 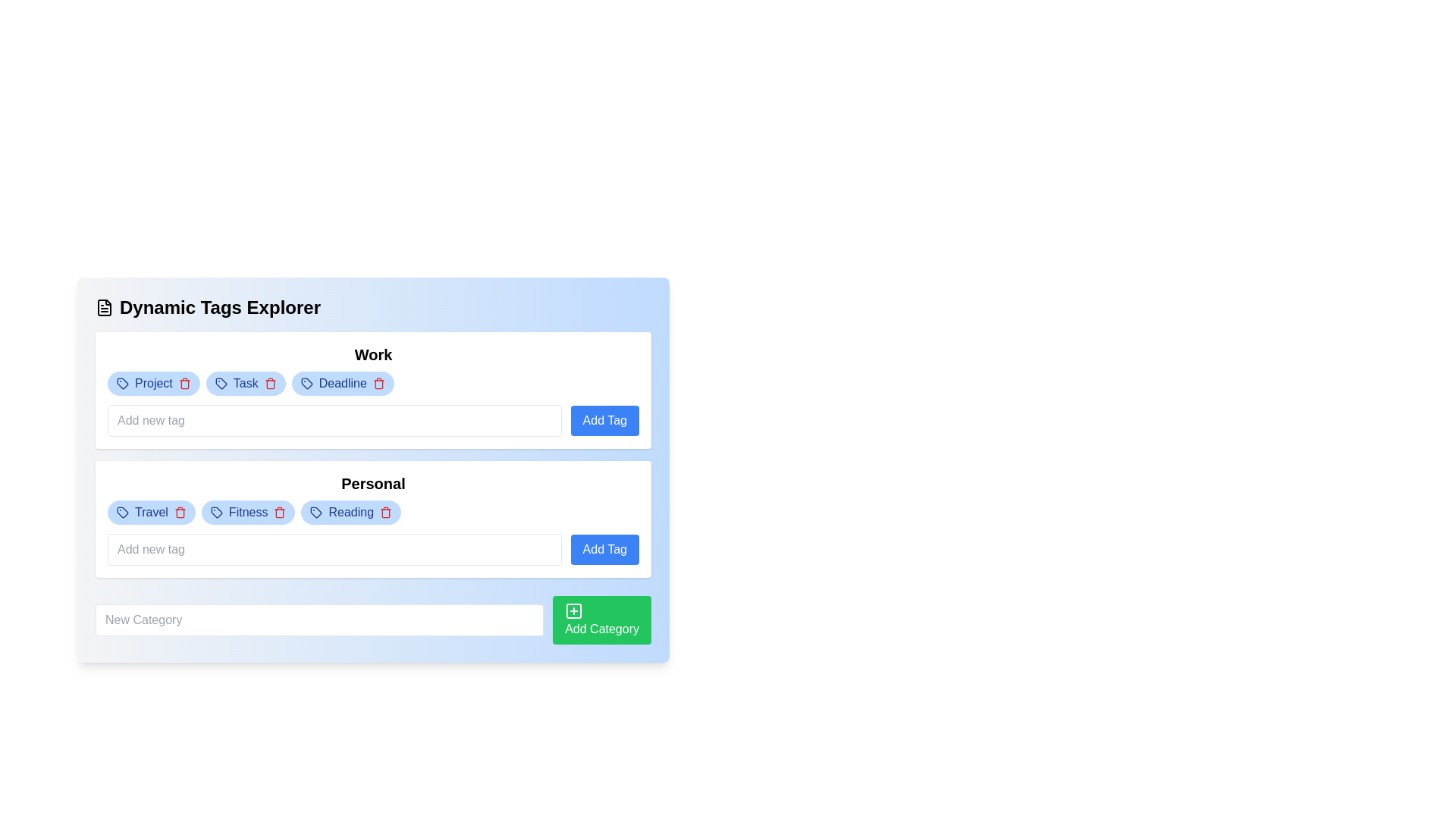 I want to click on the graphical icon resembling a generic tag outline located in the 'Work' category, adjacent to the 'Deadline' tag, so click(x=306, y=382).